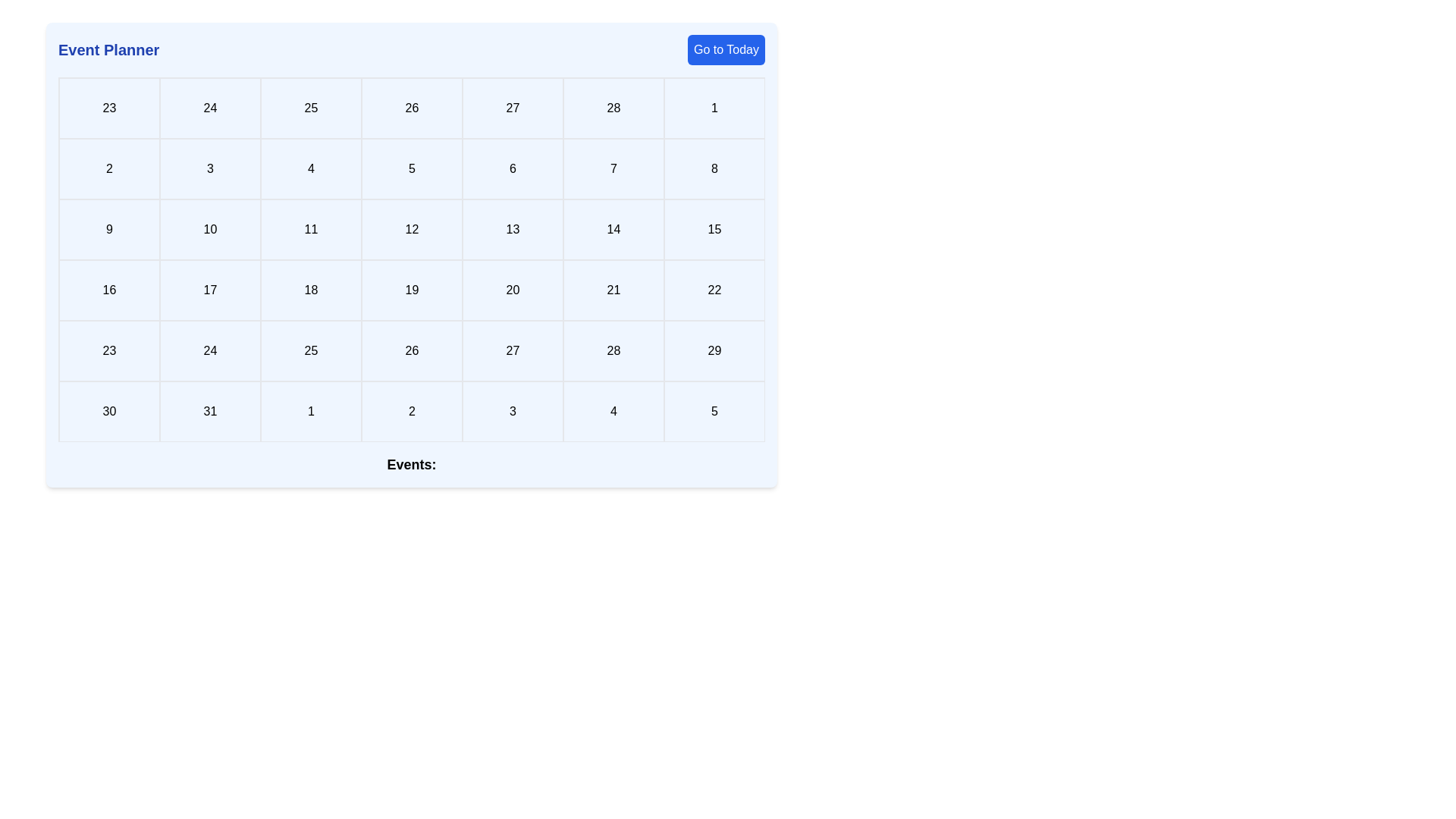 Image resolution: width=1456 pixels, height=819 pixels. I want to click on the calendar day cell representing the 23rd day, so click(108, 350).